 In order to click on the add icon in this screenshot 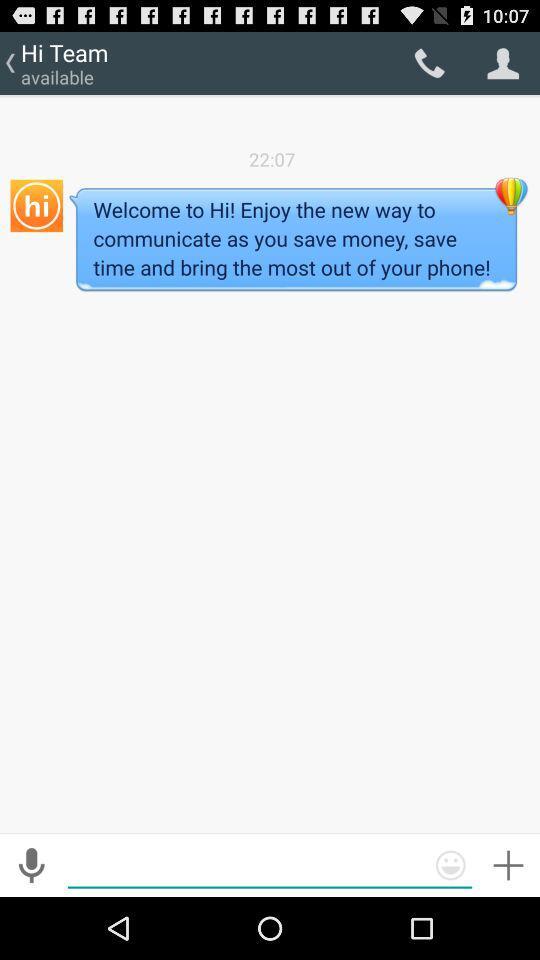, I will do `click(508, 926)`.